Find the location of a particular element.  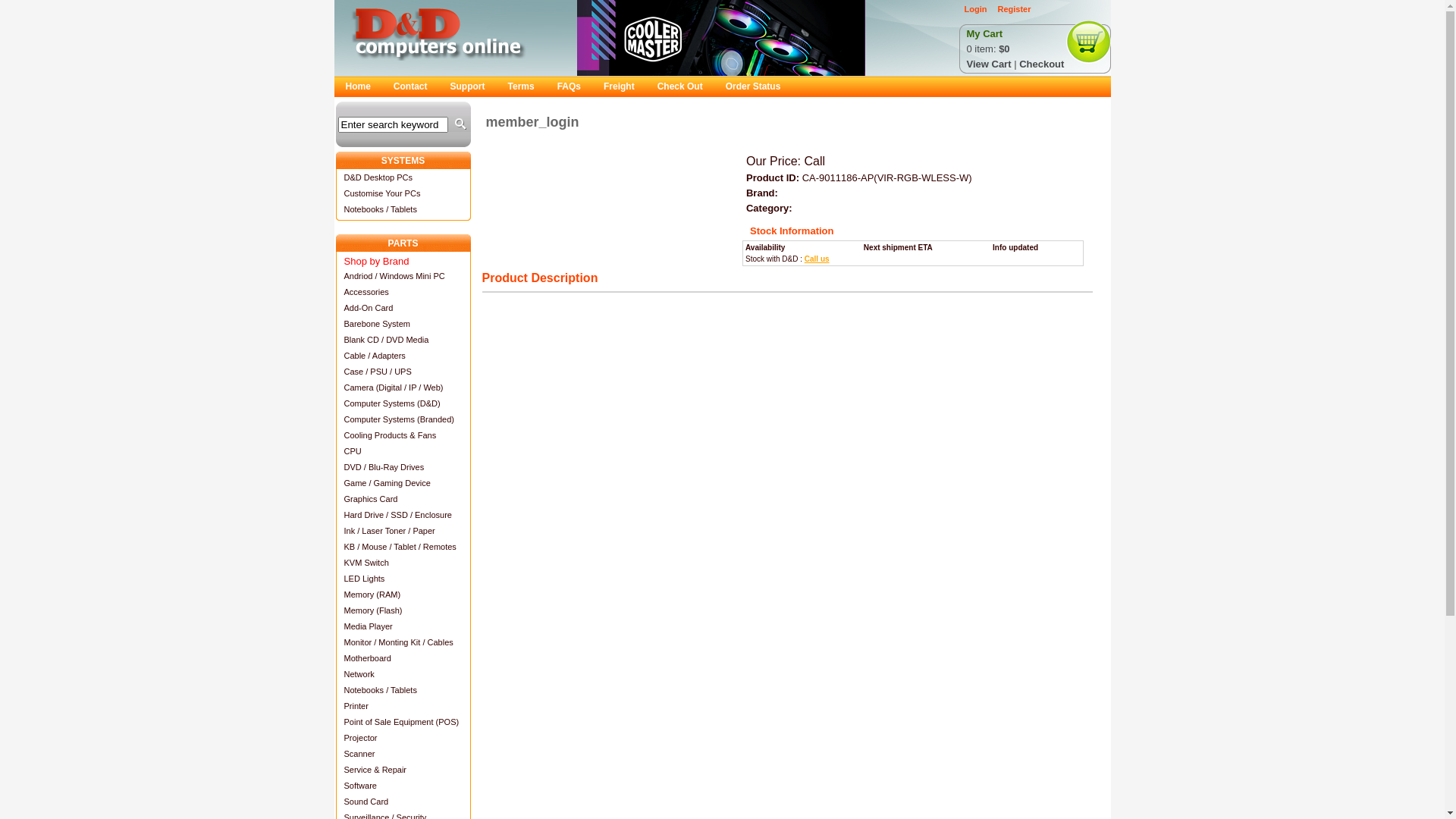

'KVM Switch' is located at coordinates (403, 562).